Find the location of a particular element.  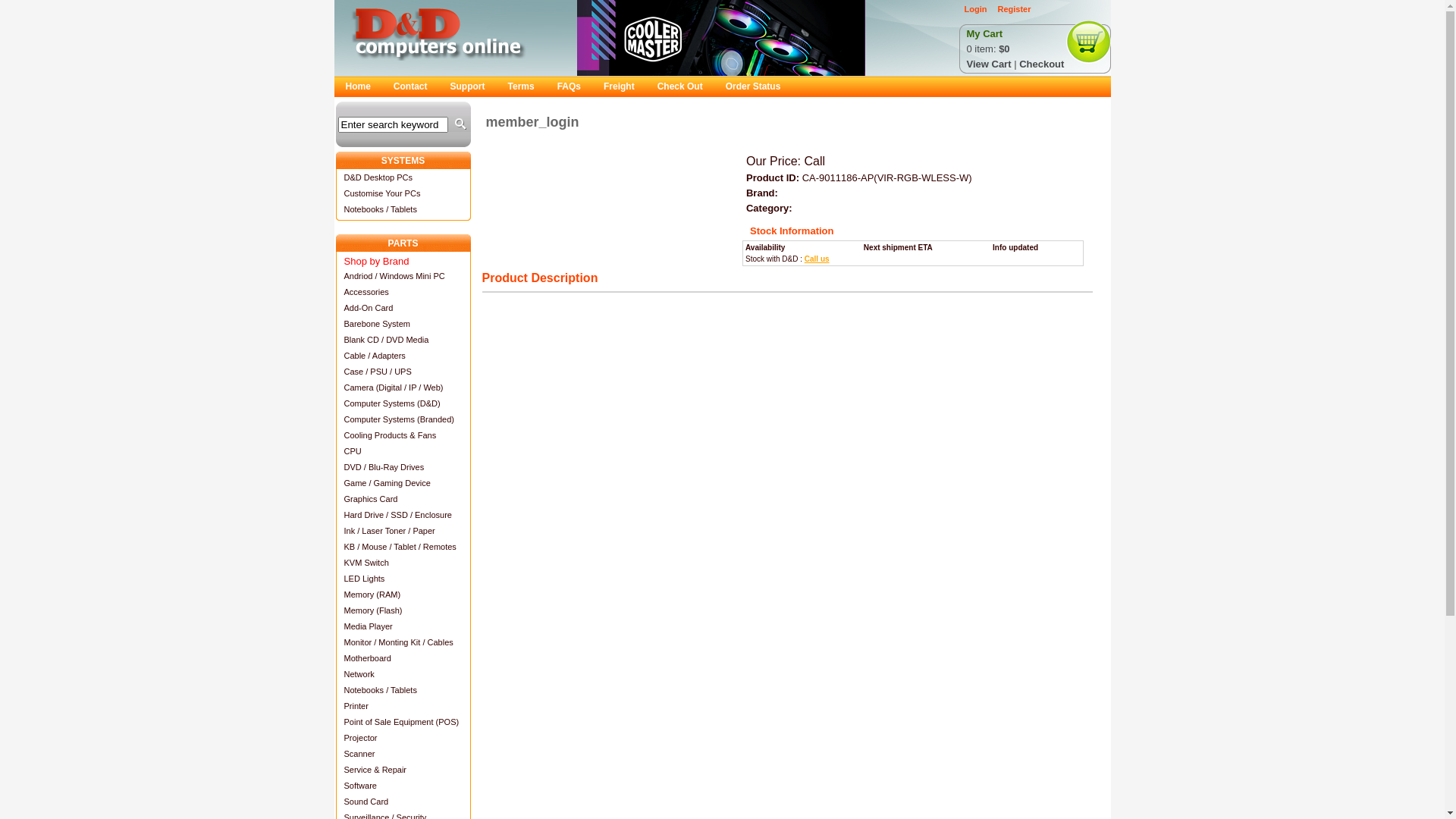

'KVM Switch' is located at coordinates (403, 562).